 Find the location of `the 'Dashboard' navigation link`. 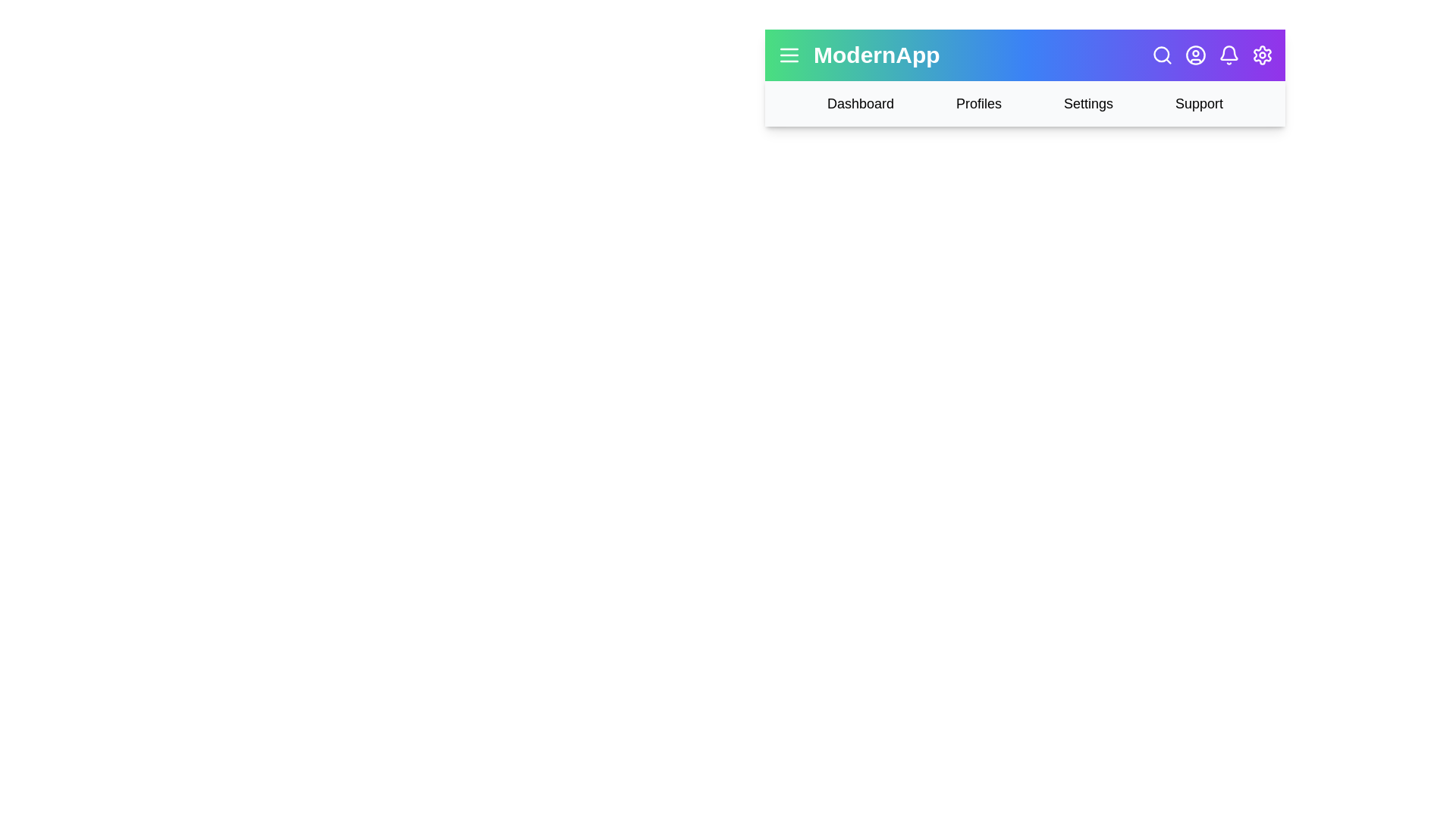

the 'Dashboard' navigation link is located at coordinates (860, 103).